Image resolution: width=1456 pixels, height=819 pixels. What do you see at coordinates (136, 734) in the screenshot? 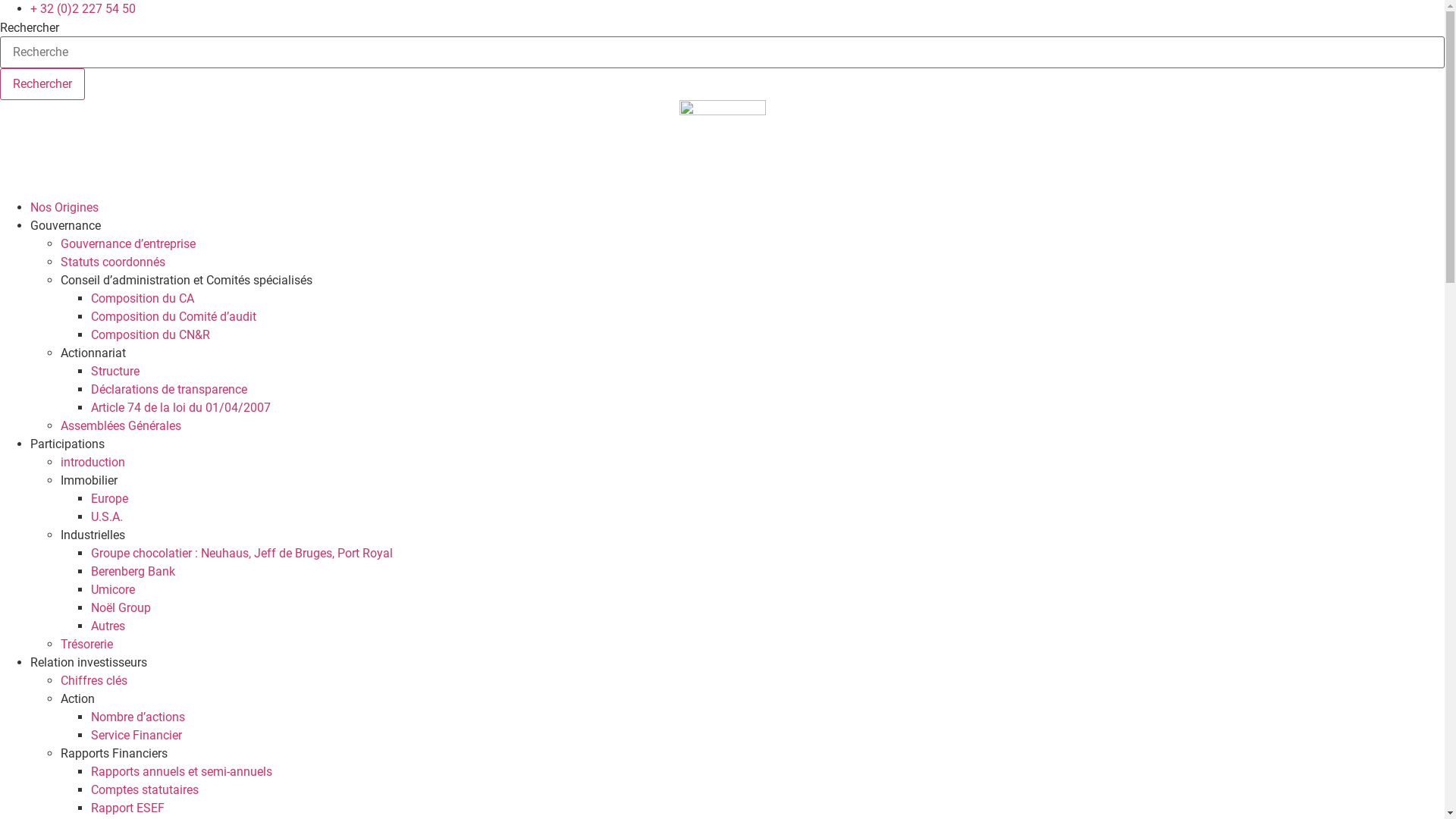
I see `'Service Financier'` at bounding box center [136, 734].